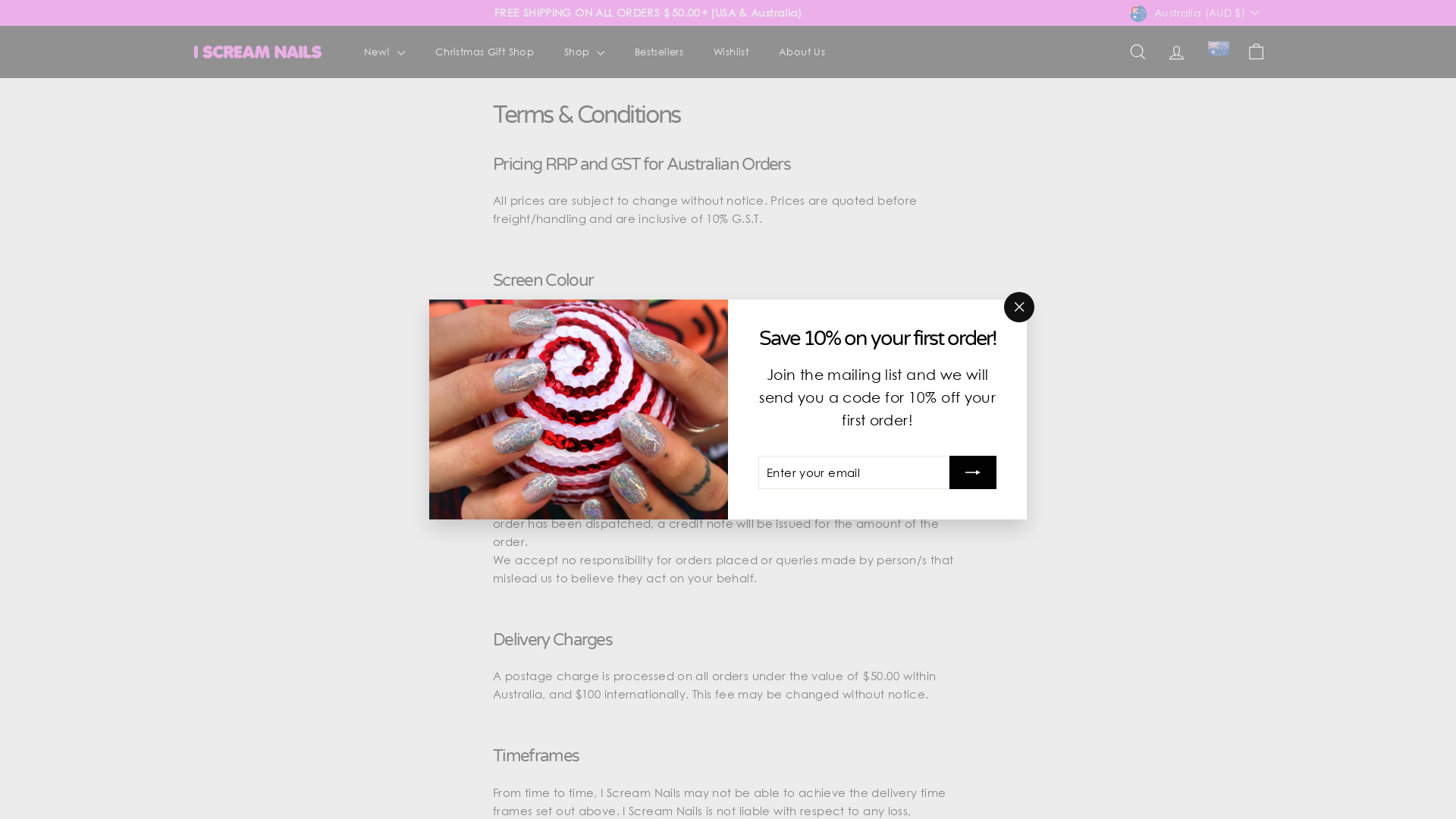 The width and height of the screenshot is (1456, 819). What do you see at coordinates (419, 51) in the screenshot?
I see `'Christmas Gift Shop'` at bounding box center [419, 51].